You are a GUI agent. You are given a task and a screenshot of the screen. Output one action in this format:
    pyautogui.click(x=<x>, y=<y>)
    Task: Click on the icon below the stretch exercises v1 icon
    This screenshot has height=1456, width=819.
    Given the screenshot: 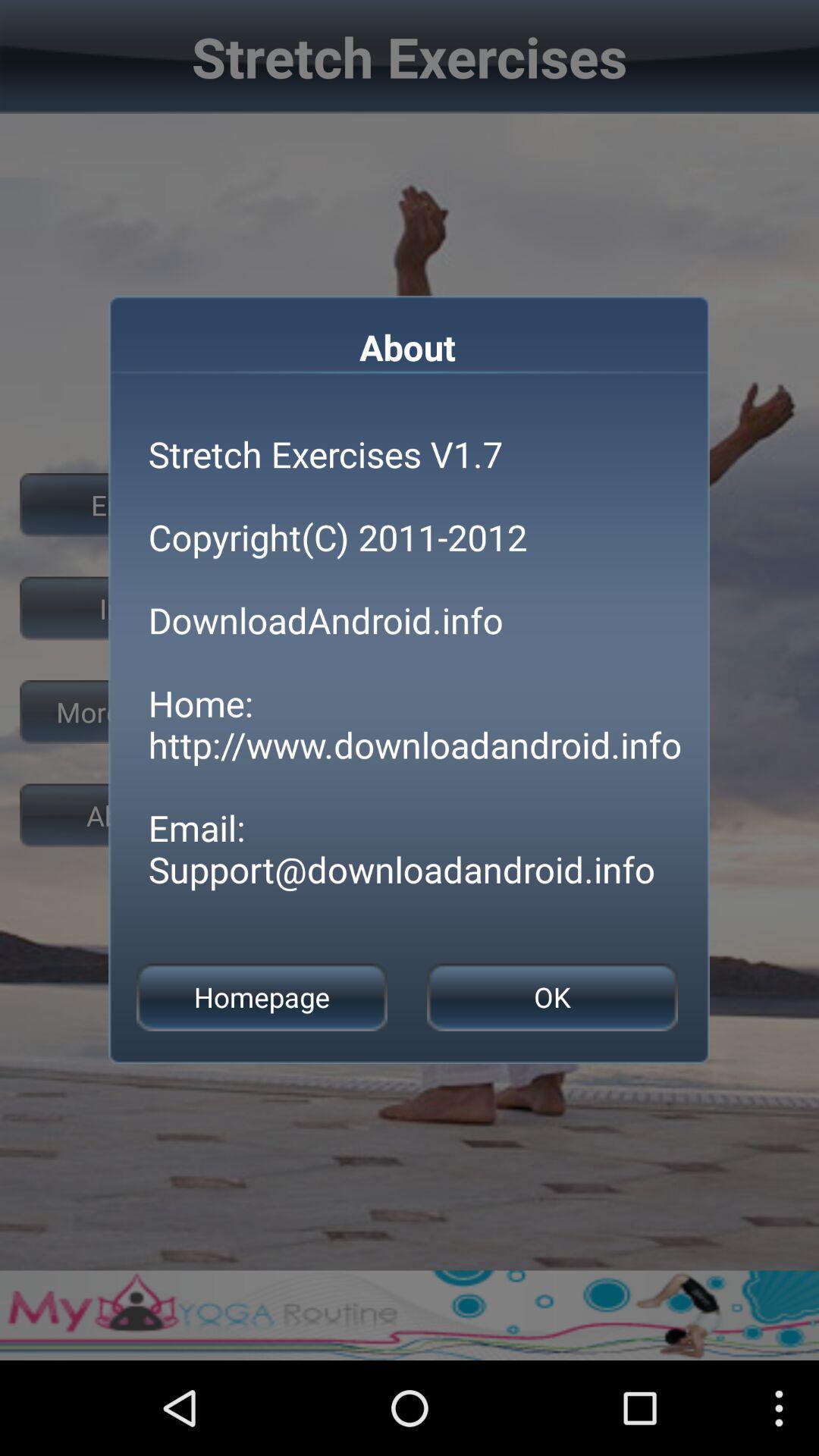 What is the action you would take?
    pyautogui.click(x=552, y=997)
    